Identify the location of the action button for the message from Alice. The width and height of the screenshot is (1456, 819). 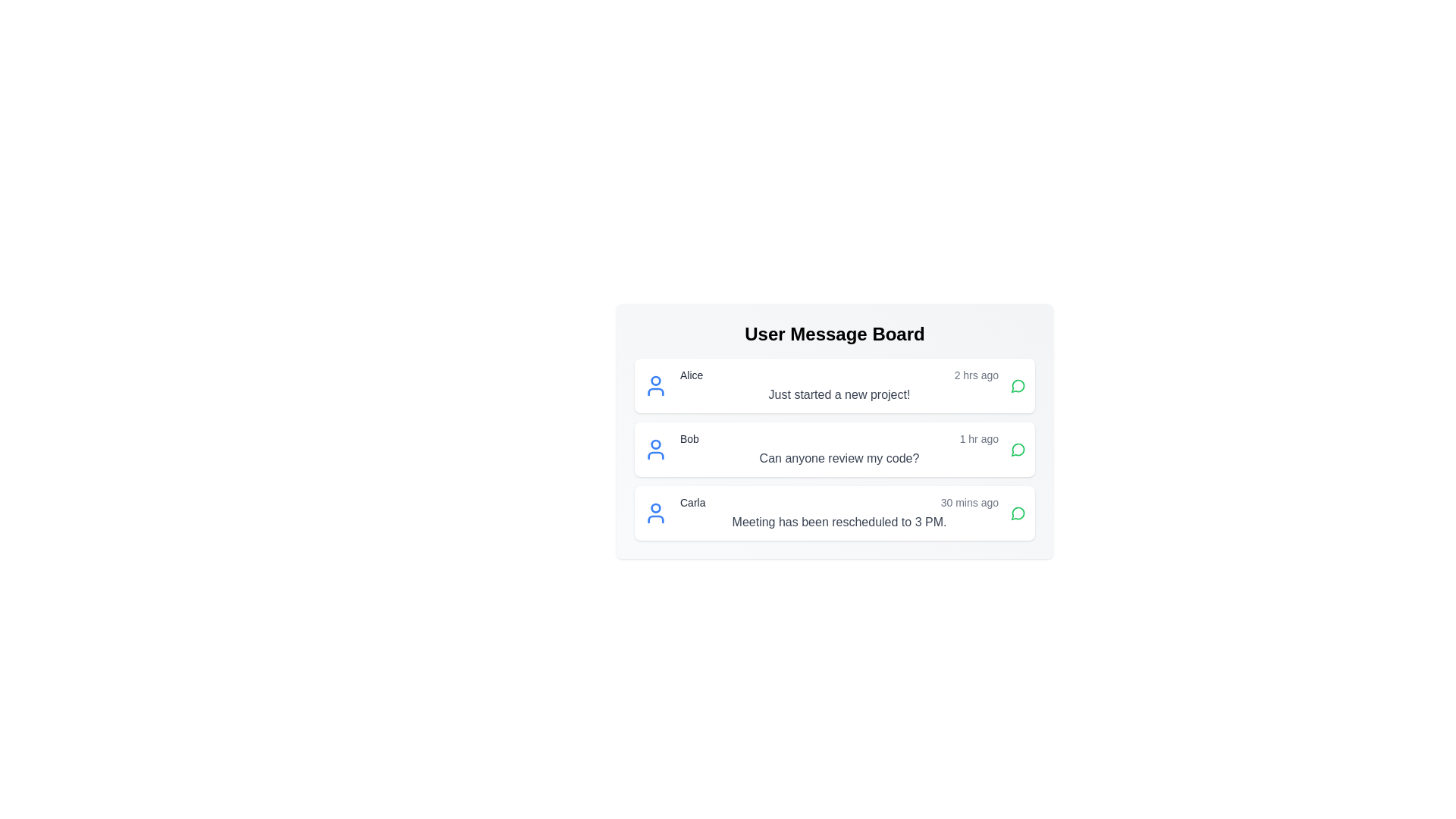
(1018, 385).